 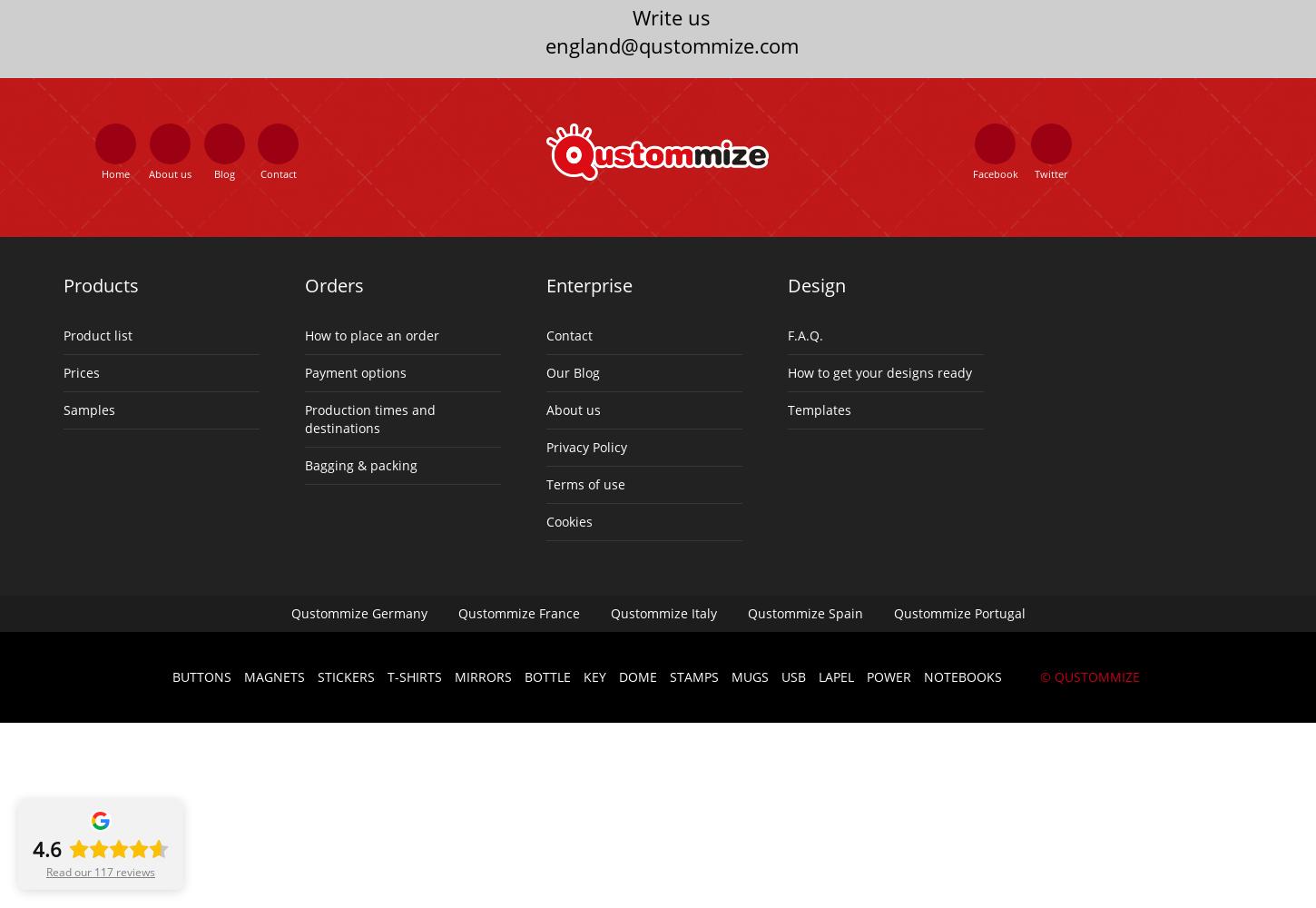 What do you see at coordinates (290, 612) in the screenshot?
I see `'Qustommize Germany'` at bounding box center [290, 612].